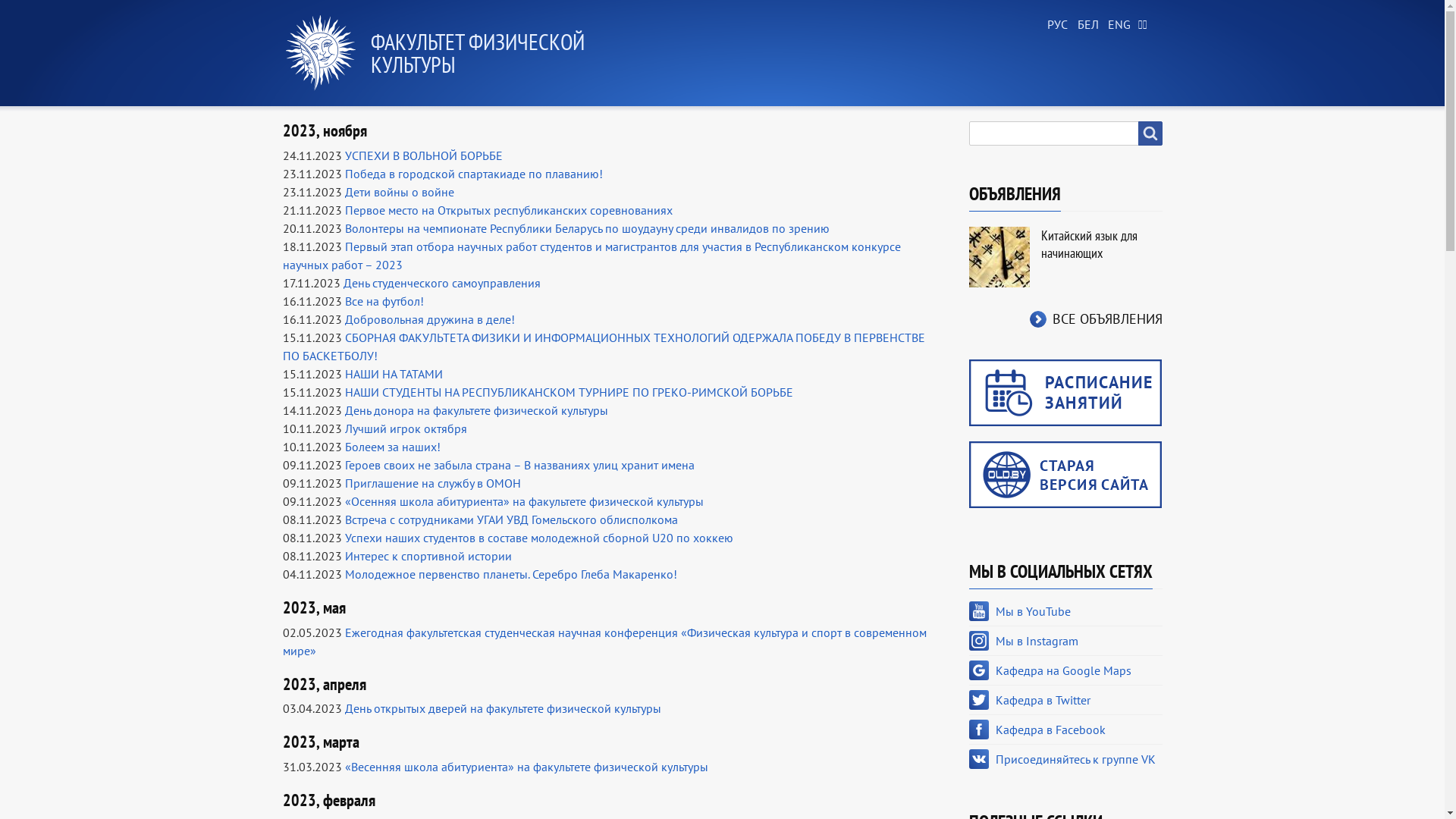  I want to click on 'Russian', so click(1055, 25).